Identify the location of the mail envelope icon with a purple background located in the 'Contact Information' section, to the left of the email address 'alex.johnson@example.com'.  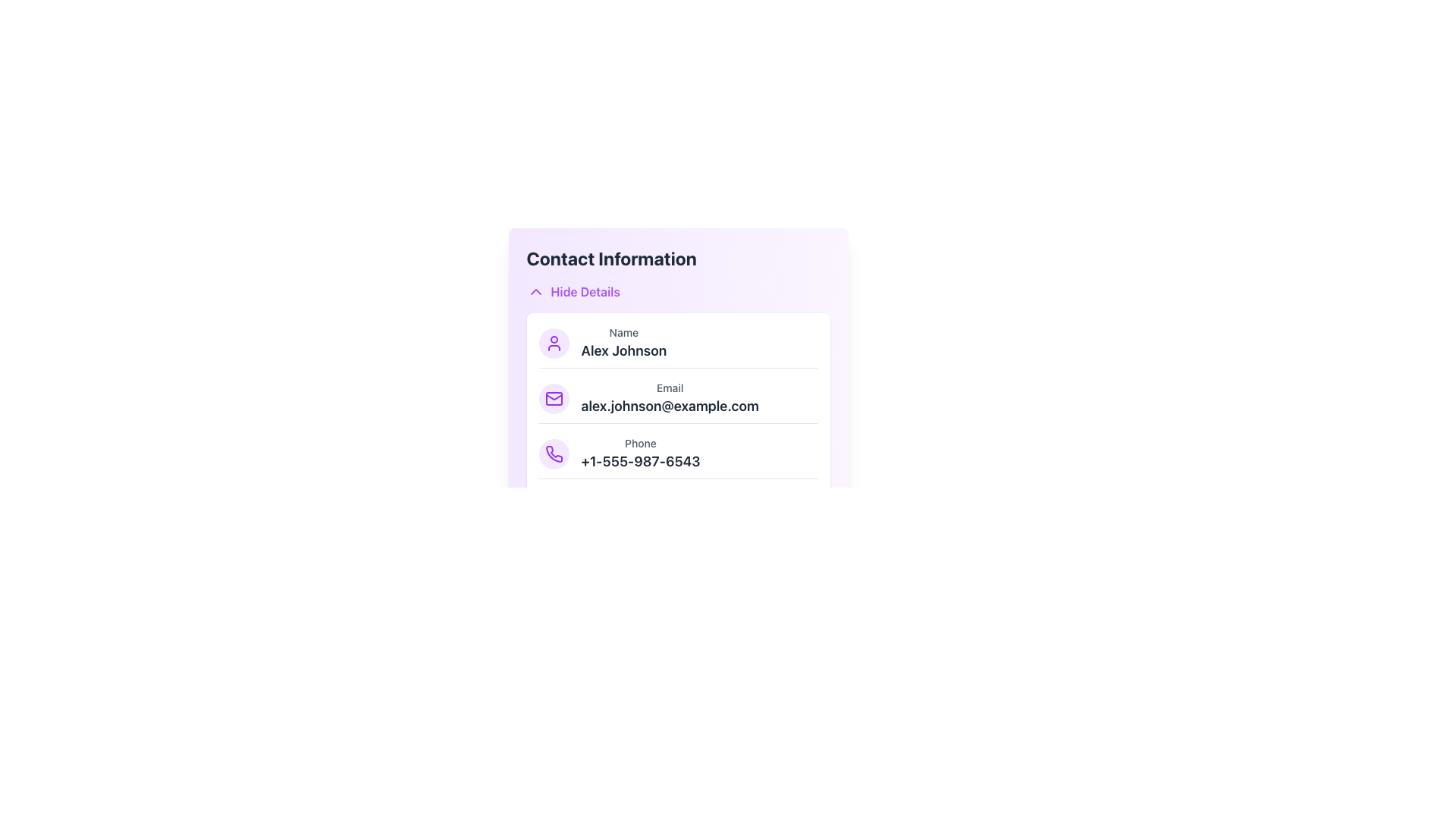
(553, 397).